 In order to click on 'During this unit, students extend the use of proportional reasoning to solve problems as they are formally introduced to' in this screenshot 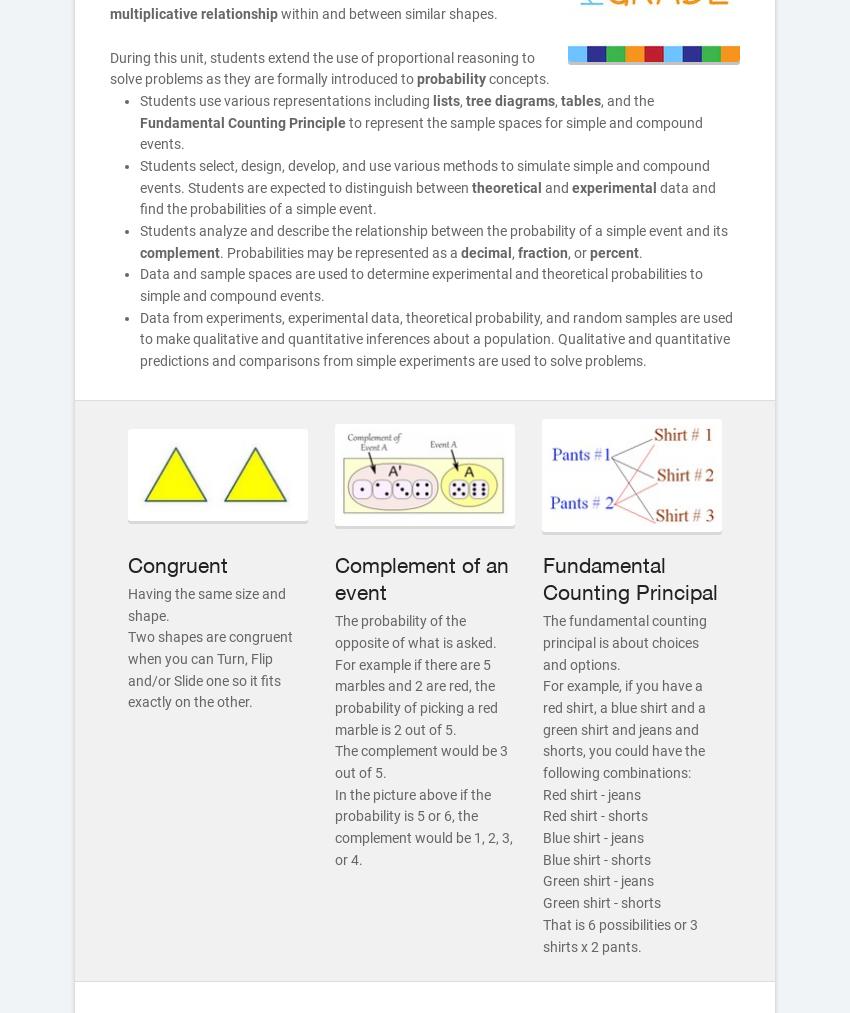, I will do `click(322, 66)`.